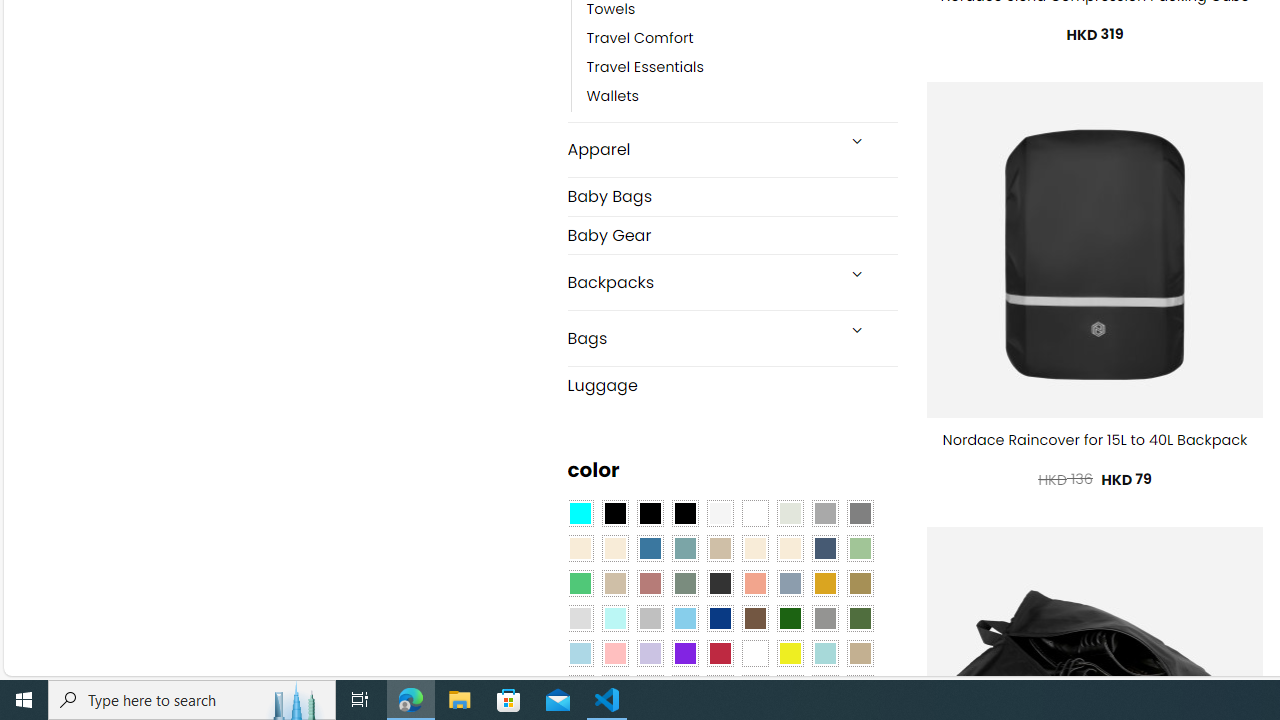  Describe the element at coordinates (614, 618) in the screenshot. I see `'Mint'` at that location.